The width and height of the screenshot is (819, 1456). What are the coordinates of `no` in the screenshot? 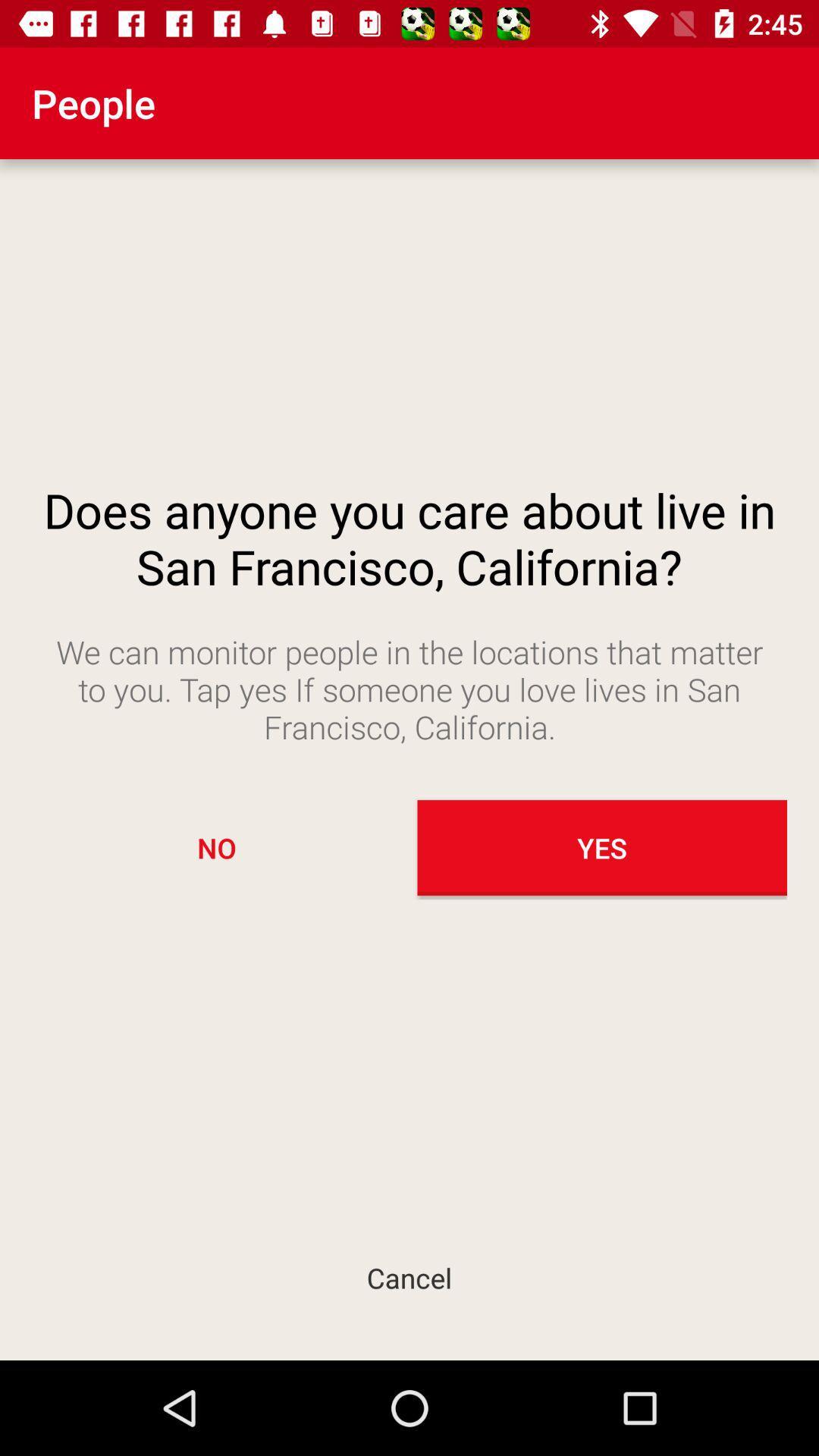 It's located at (216, 847).